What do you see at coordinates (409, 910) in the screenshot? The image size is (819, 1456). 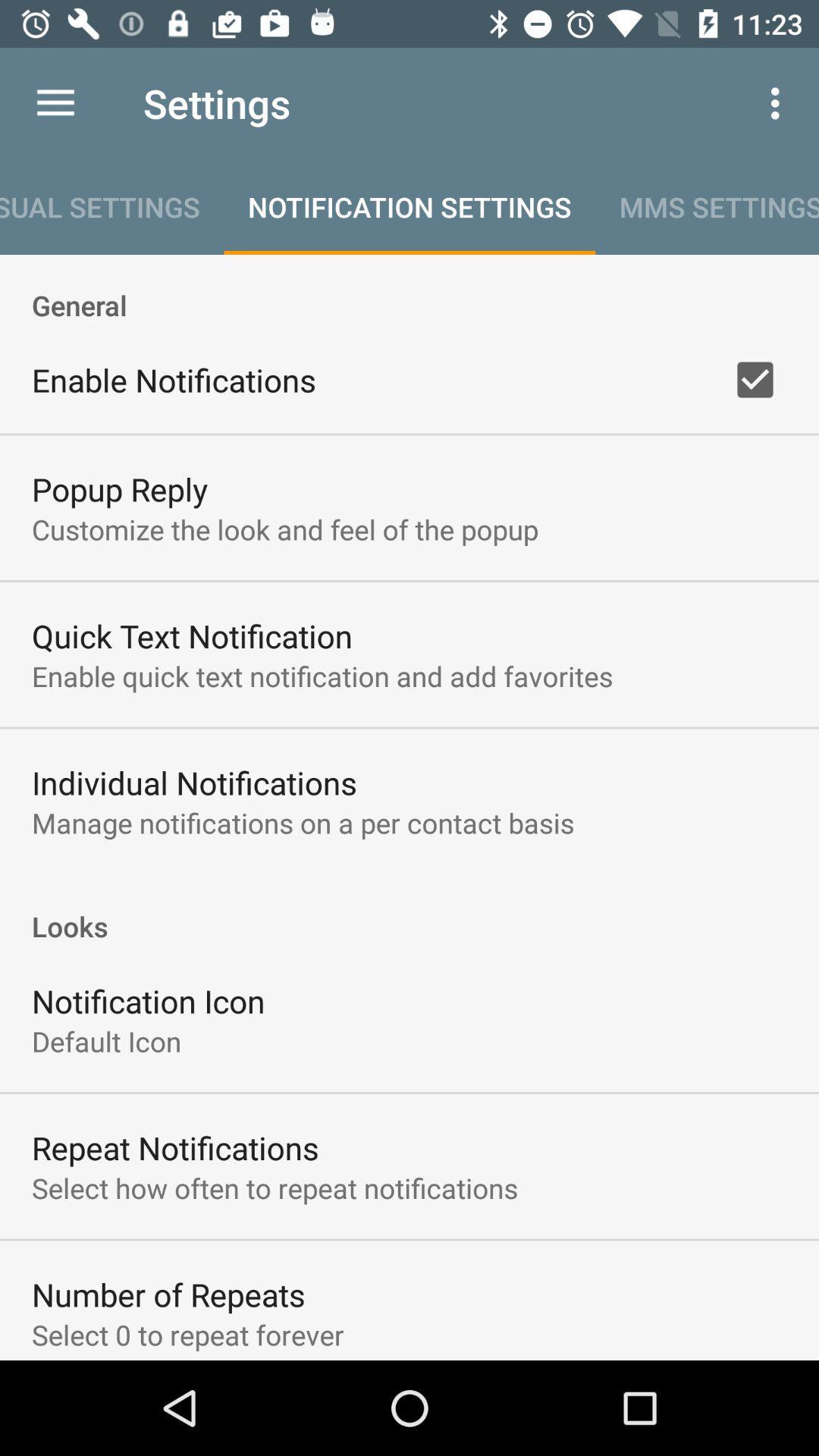 I see `looks icon` at bounding box center [409, 910].